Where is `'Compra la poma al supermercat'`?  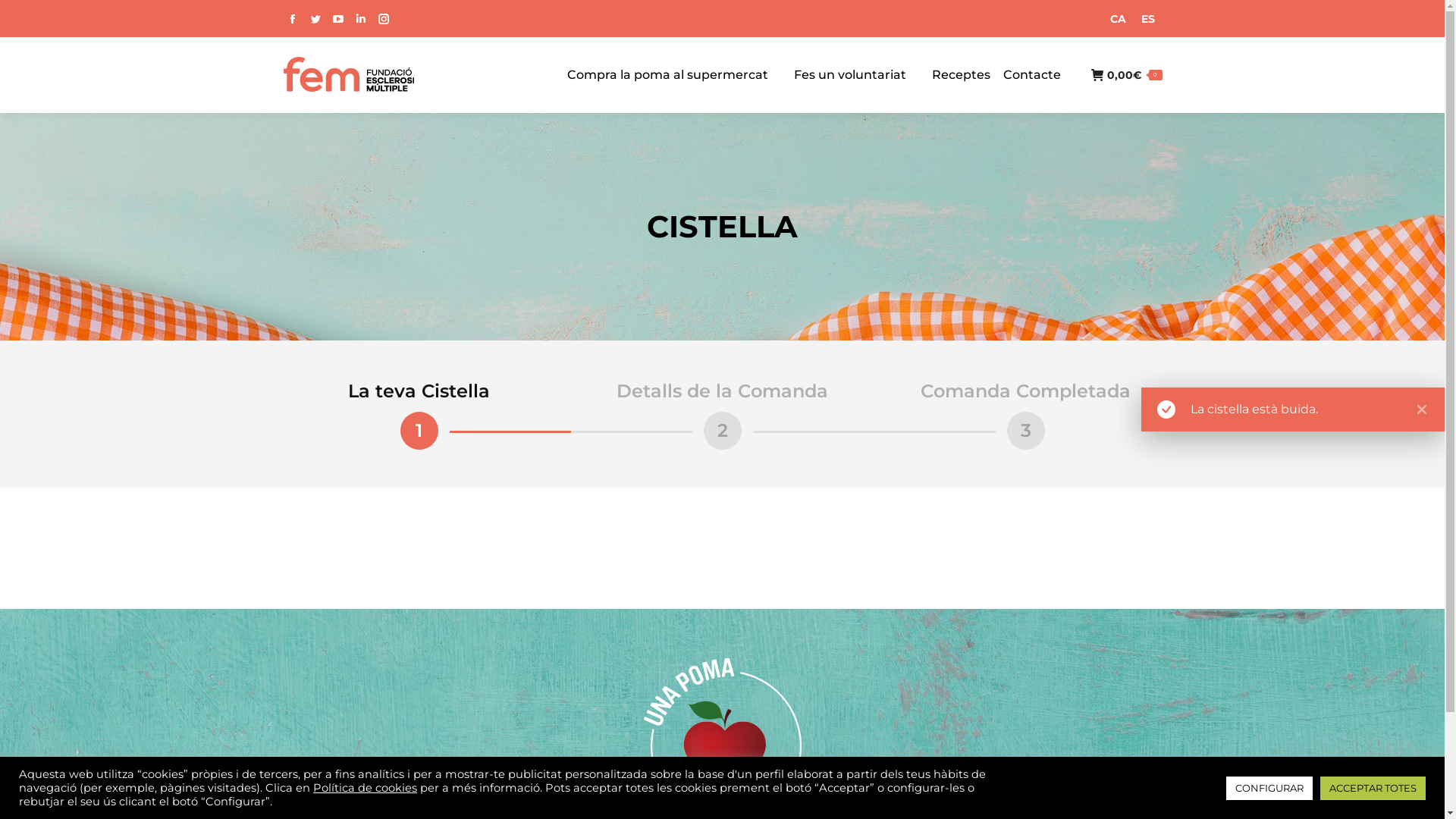
'Compra la poma al supermercat' is located at coordinates (667, 75).